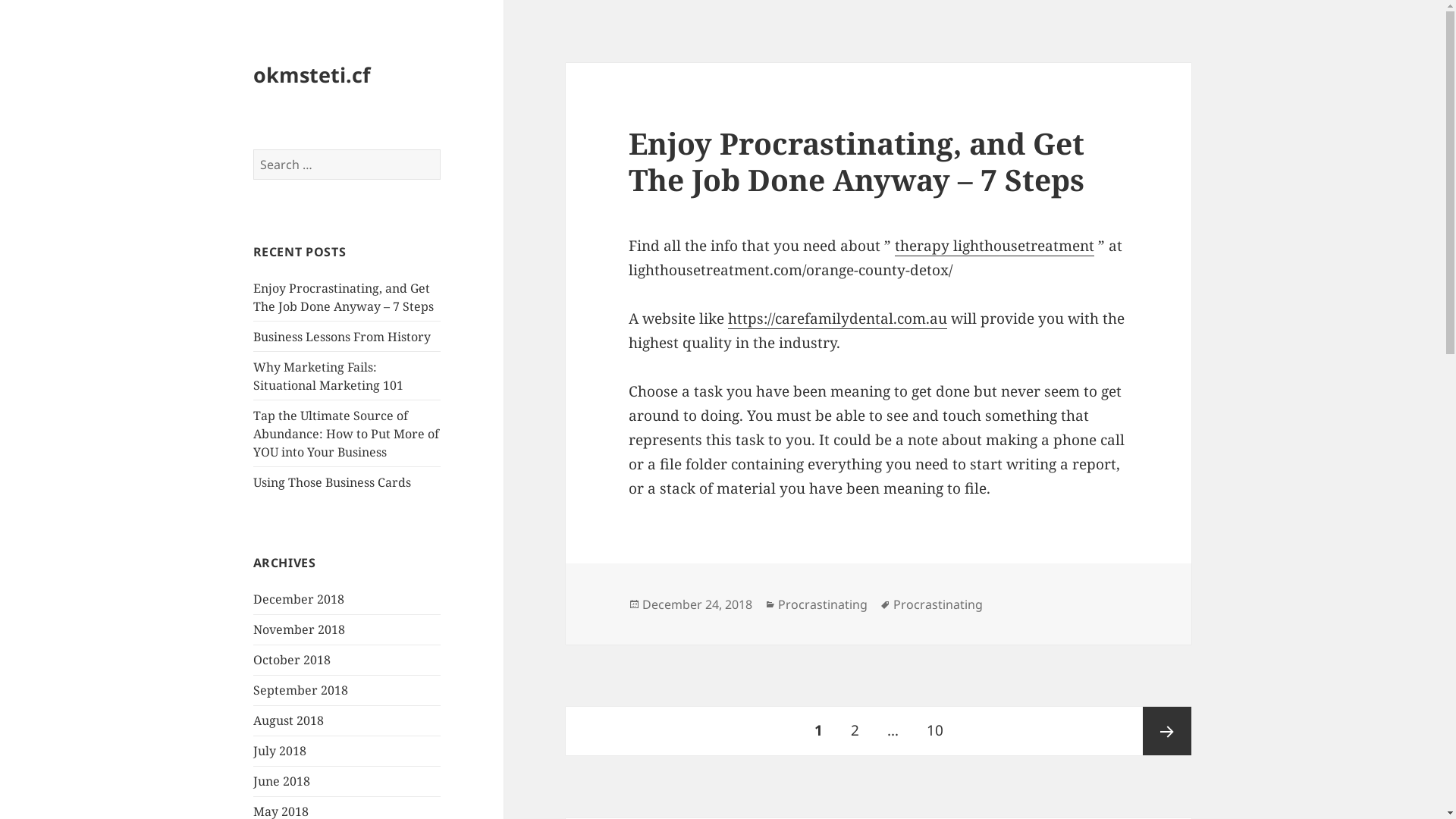 This screenshot has height=819, width=1456. Describe the element at coordinates (298, 598) in the screenshot. I see `'December 2018'` at that location.